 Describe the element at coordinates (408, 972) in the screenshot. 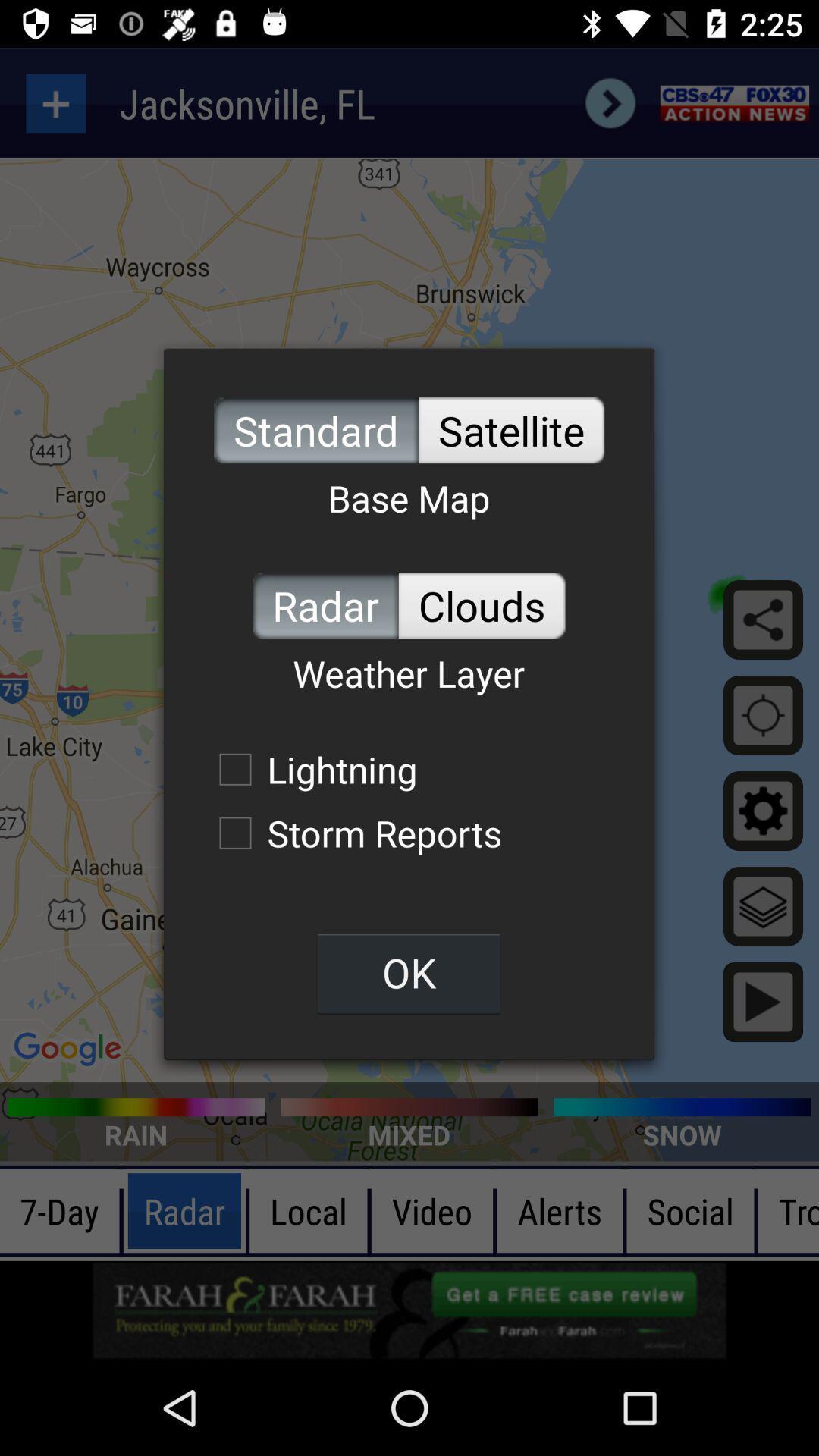

I see `ok item` at that location.